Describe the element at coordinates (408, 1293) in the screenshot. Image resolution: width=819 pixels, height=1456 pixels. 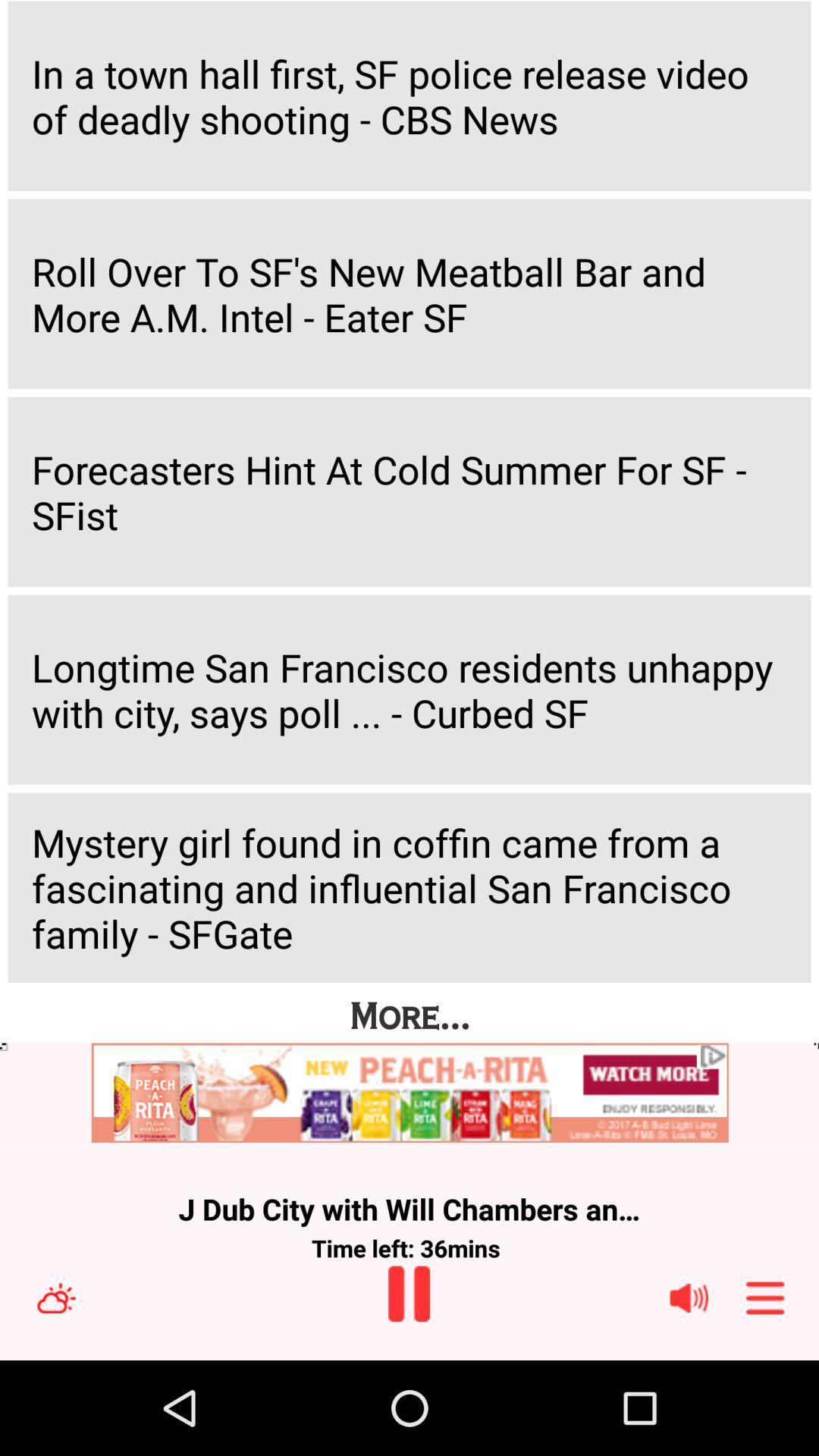
I see `stop song` at that location.